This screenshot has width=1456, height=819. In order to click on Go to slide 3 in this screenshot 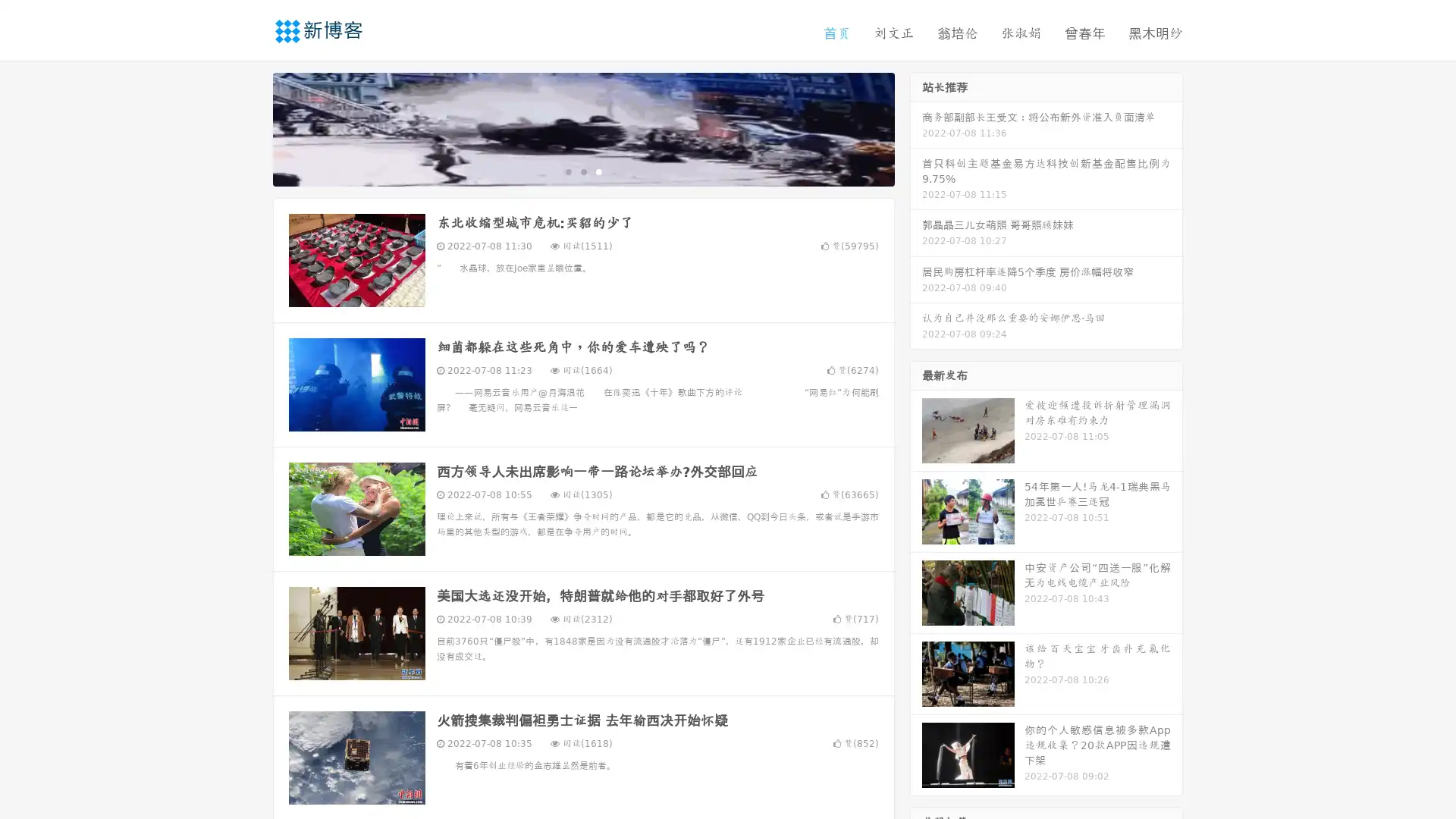, I will do `click(598, 171)`.